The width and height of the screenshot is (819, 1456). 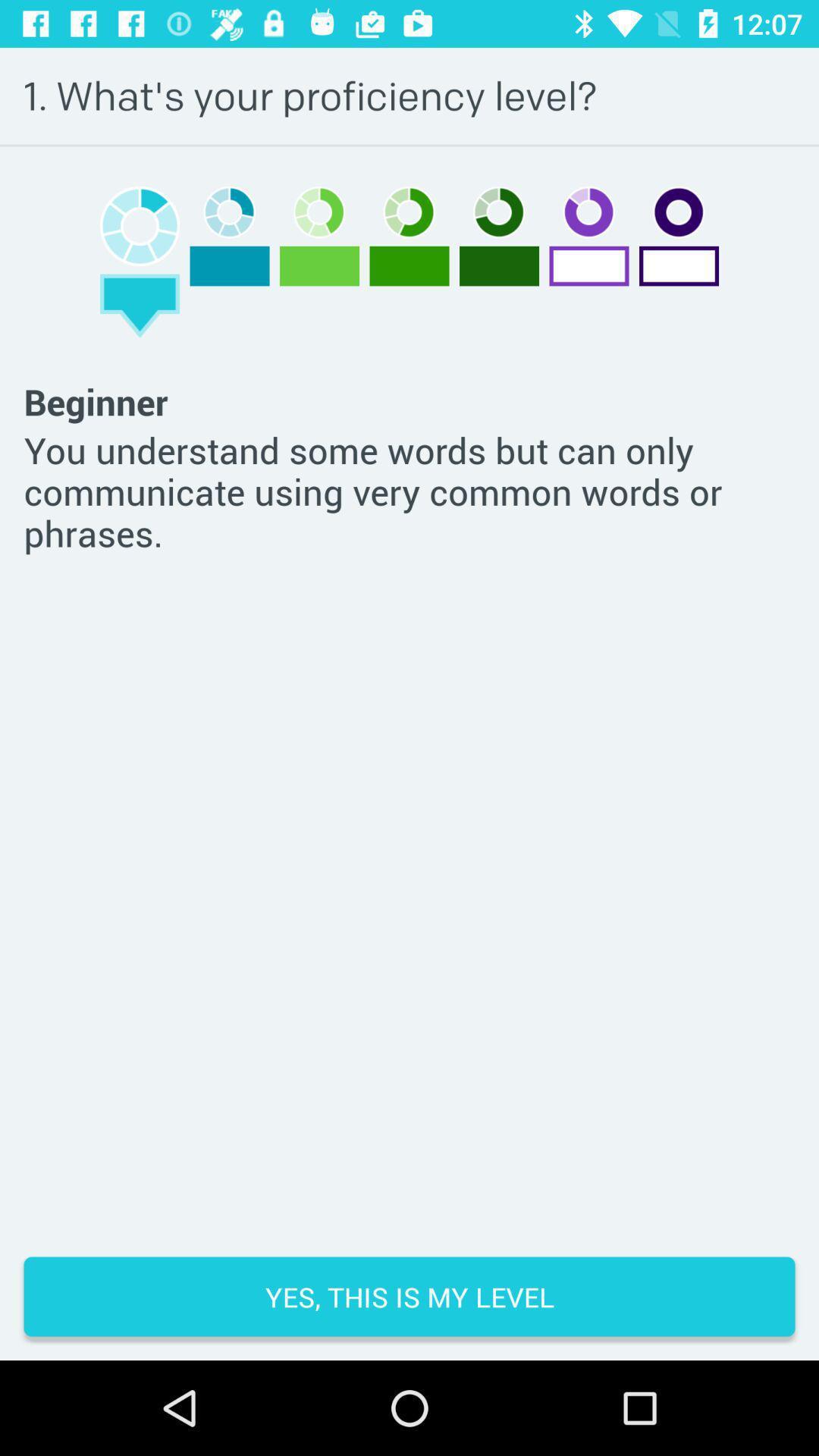 I want to click on the yes this is item, so click(x=409, y=1295).